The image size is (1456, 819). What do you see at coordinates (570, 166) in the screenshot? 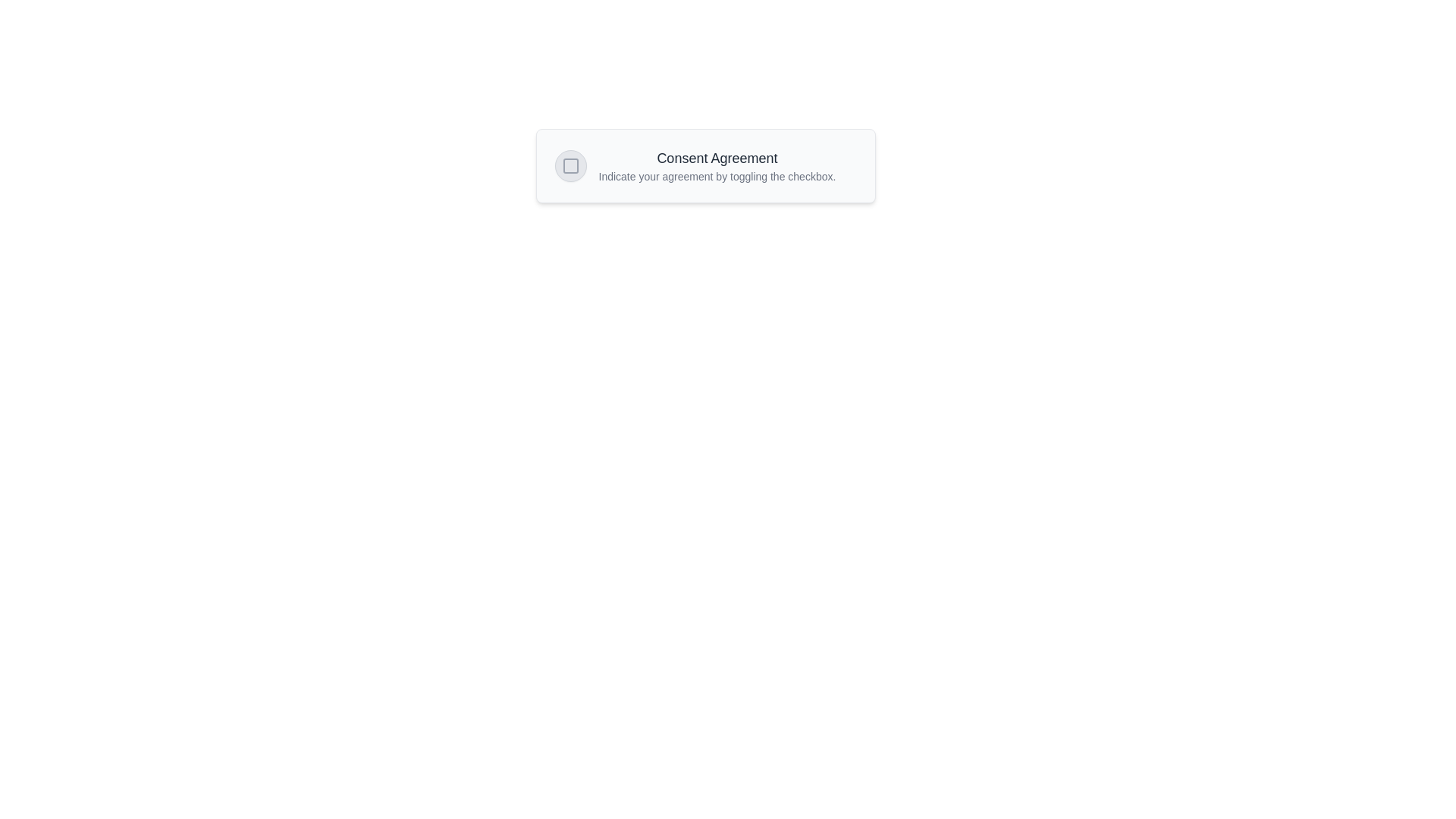
I see `the checkbox icon located within the circular button on the left side of the consent agreement block` at bounding box center [570, 166].